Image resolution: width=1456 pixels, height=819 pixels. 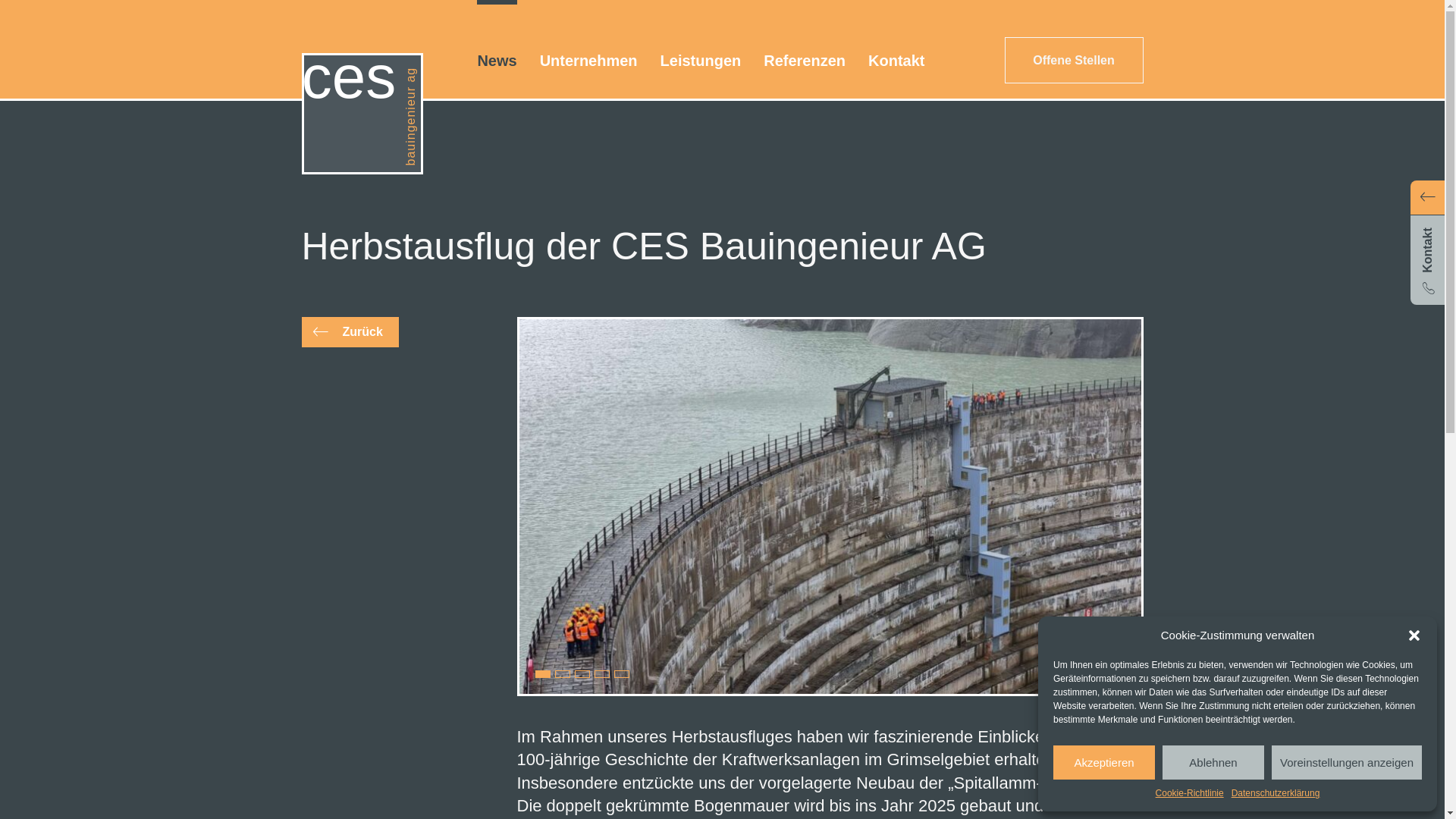 What do you see at coordinates (700, 60) in the screenshot?
I see `'Leistungen'` at bounding box center [700, 60].